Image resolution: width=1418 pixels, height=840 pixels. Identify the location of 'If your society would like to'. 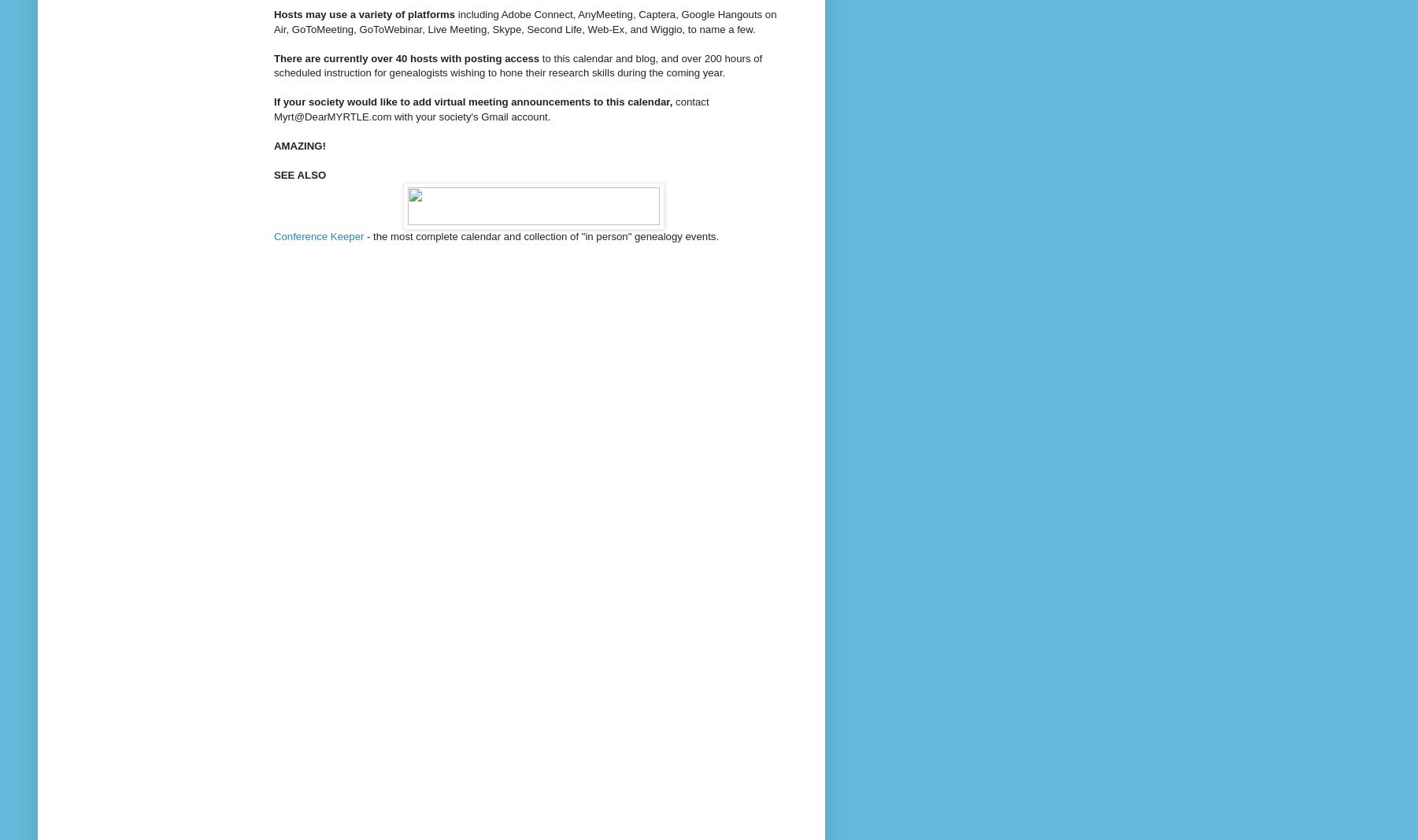
(342, 101).